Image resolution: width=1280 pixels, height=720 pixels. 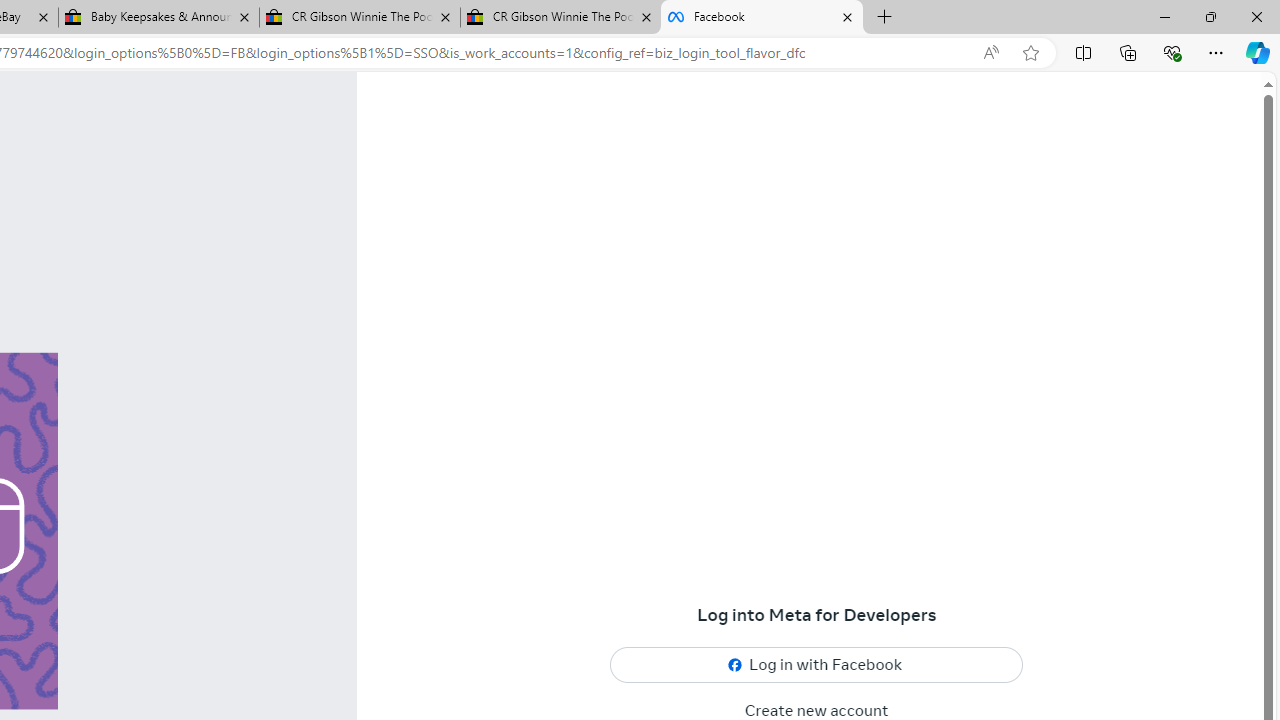 What do you see at coordinates (817, 665) in the screenshot?
I see `'Log in with Facebook'` at bounding box center [817, 665].